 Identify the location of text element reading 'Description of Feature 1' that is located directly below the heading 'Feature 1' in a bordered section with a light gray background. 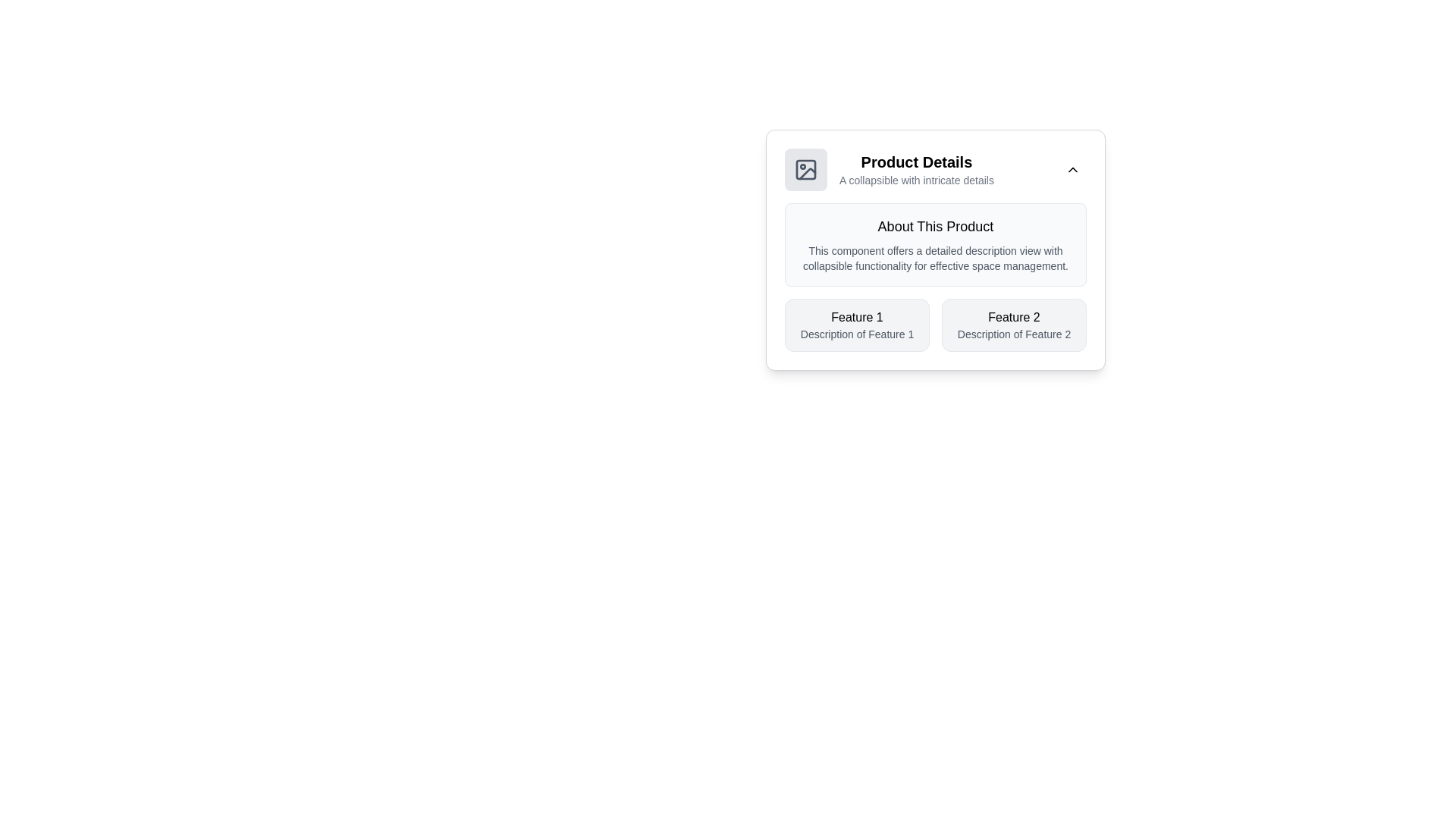
(857, 333).